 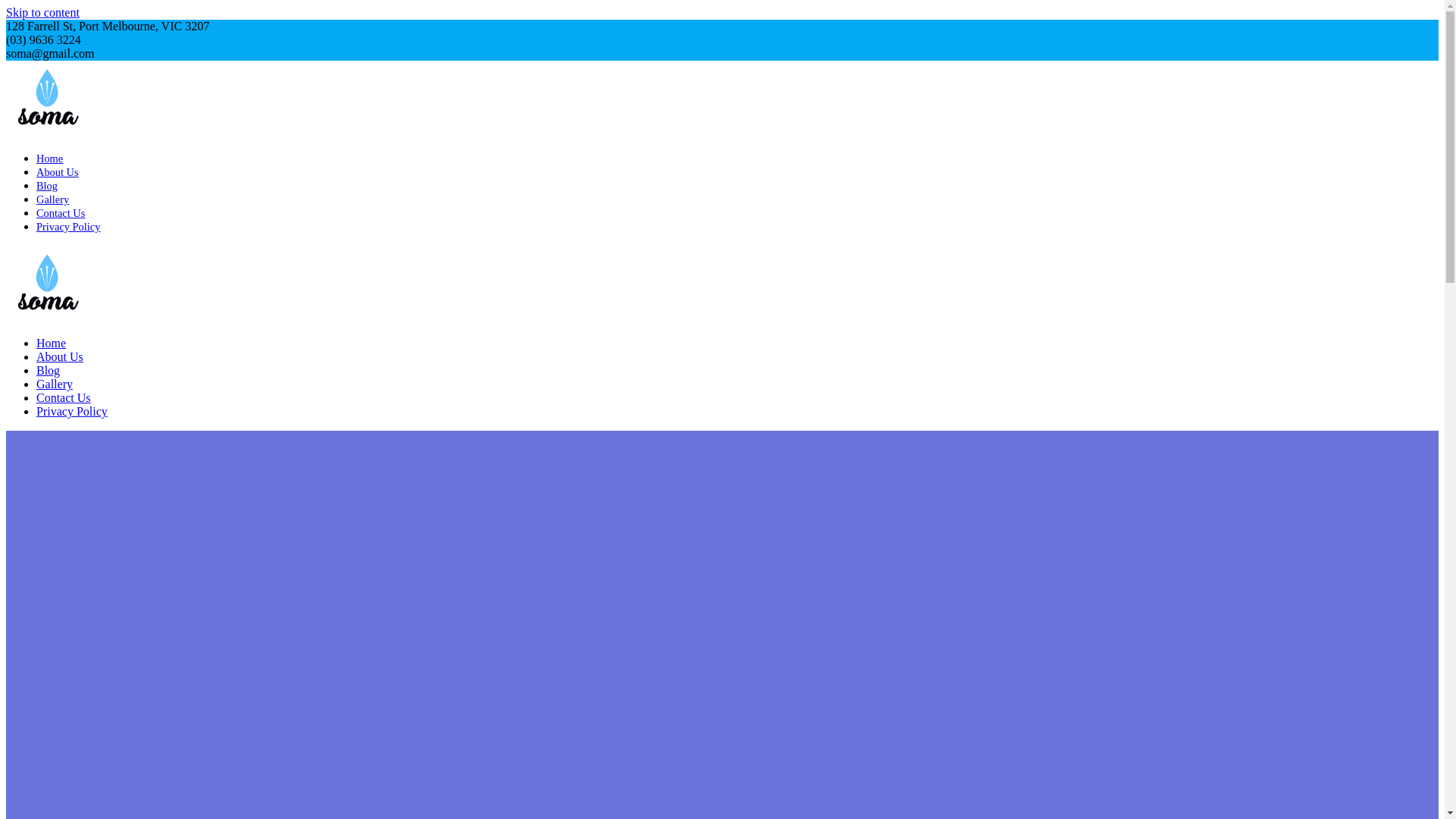 What do you see at coordinates (51, 343) in the screenshot?
I see `'Home'` at bounding box center [51, 343].